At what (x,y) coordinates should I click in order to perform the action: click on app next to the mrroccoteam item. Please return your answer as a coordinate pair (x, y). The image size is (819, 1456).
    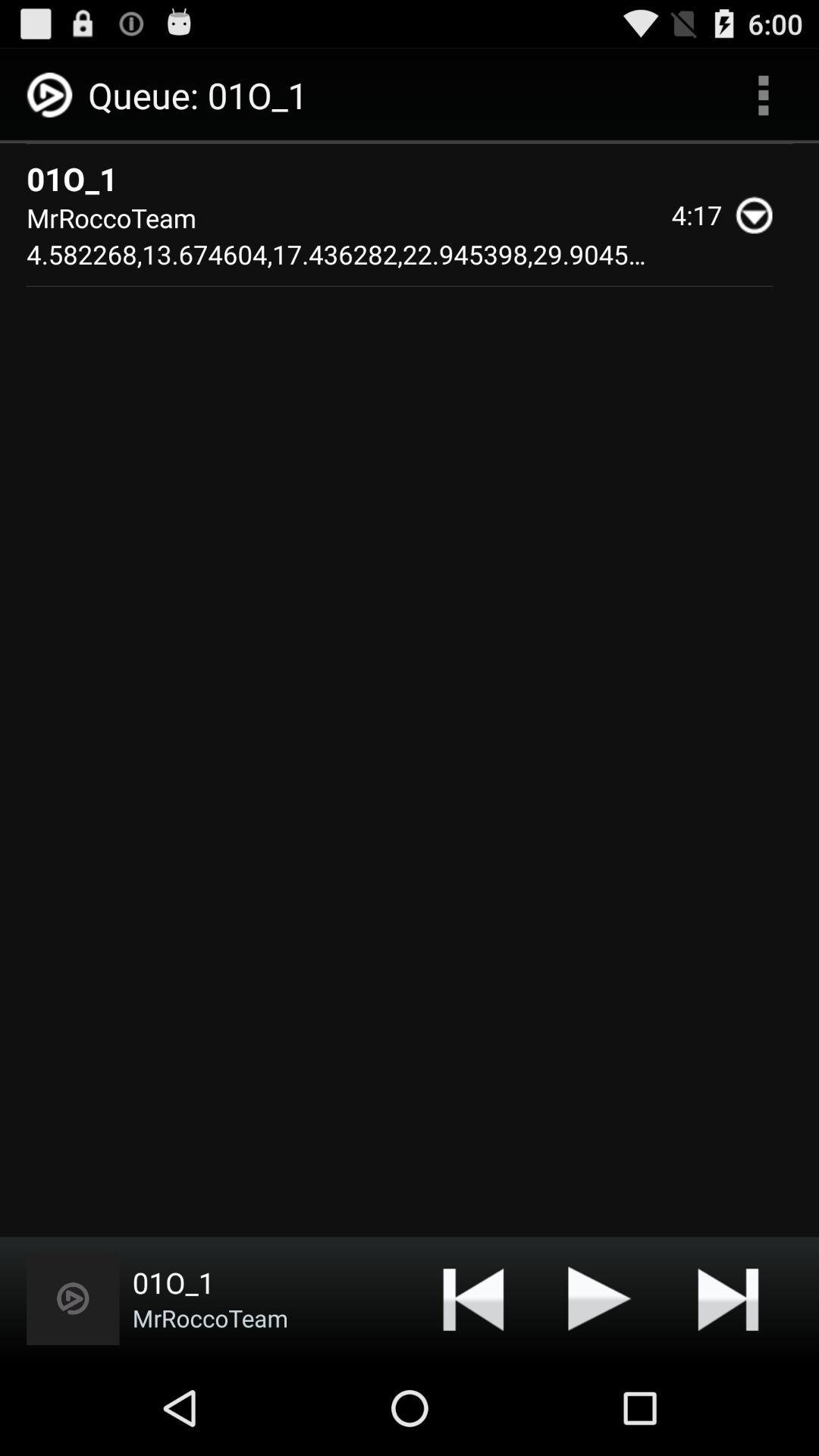
    Looking at the image, I should click on (472, 1298).